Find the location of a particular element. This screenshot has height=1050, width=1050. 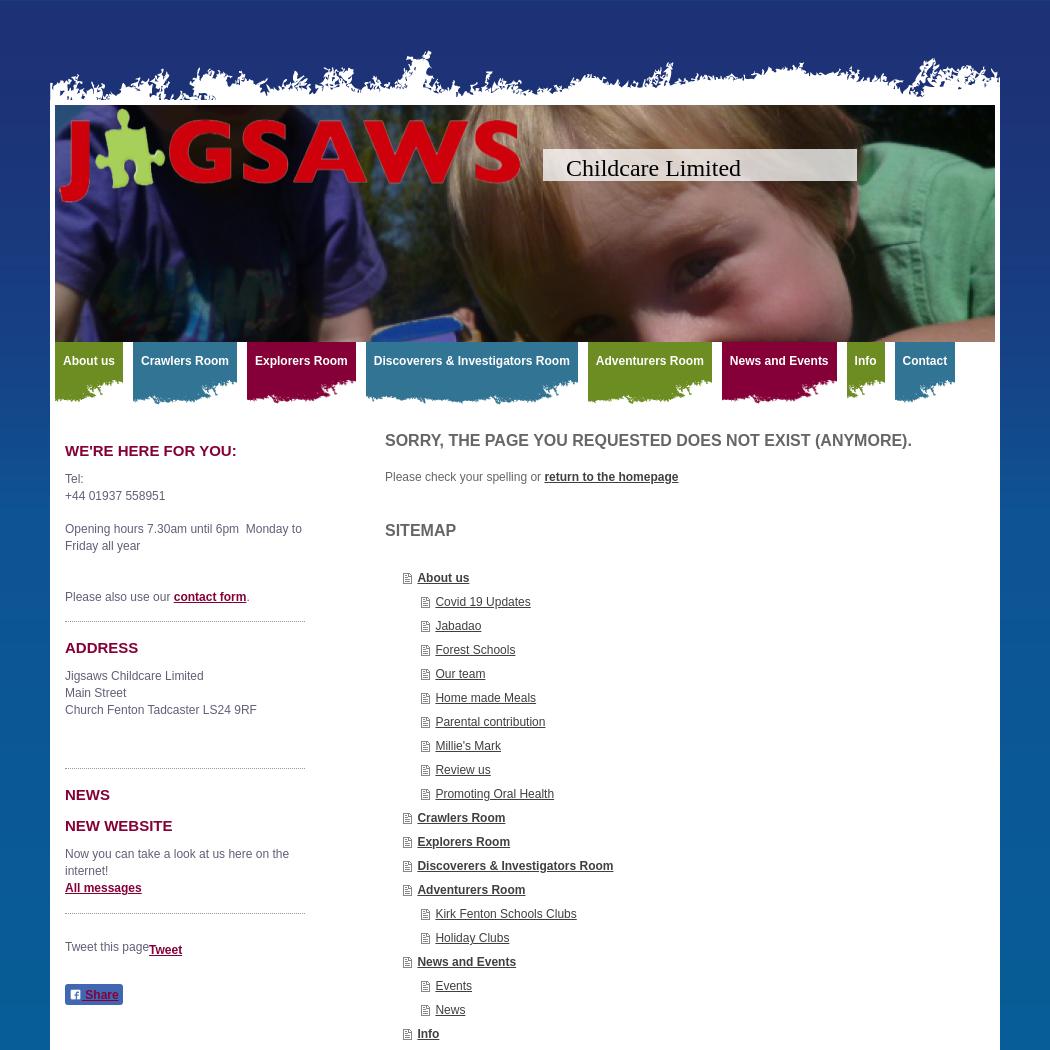

'Holiday Clubs' is located at coordinates (471, 937).